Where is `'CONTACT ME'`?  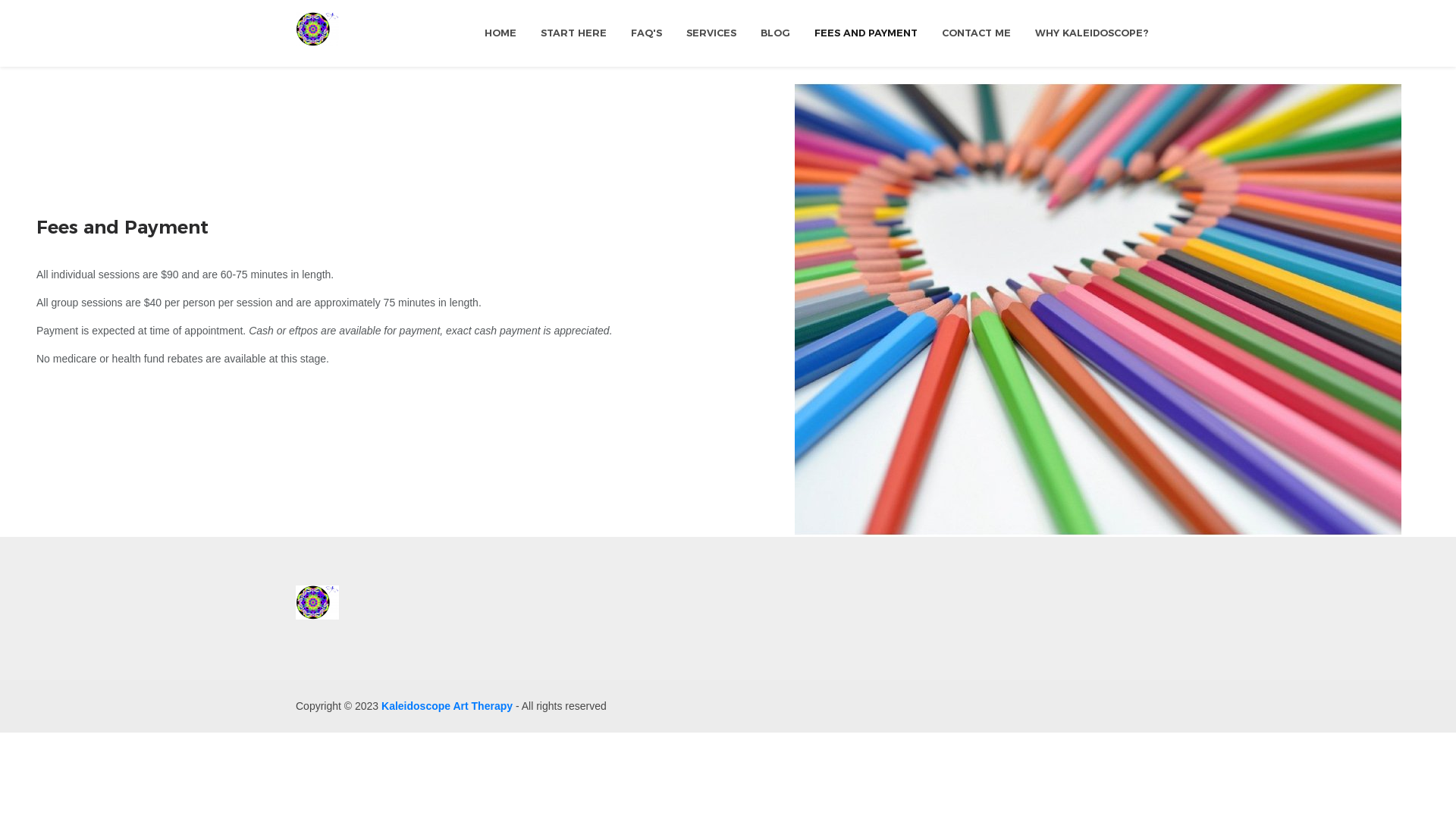 'CONTACT ME' is located at coordinates (976, 33).